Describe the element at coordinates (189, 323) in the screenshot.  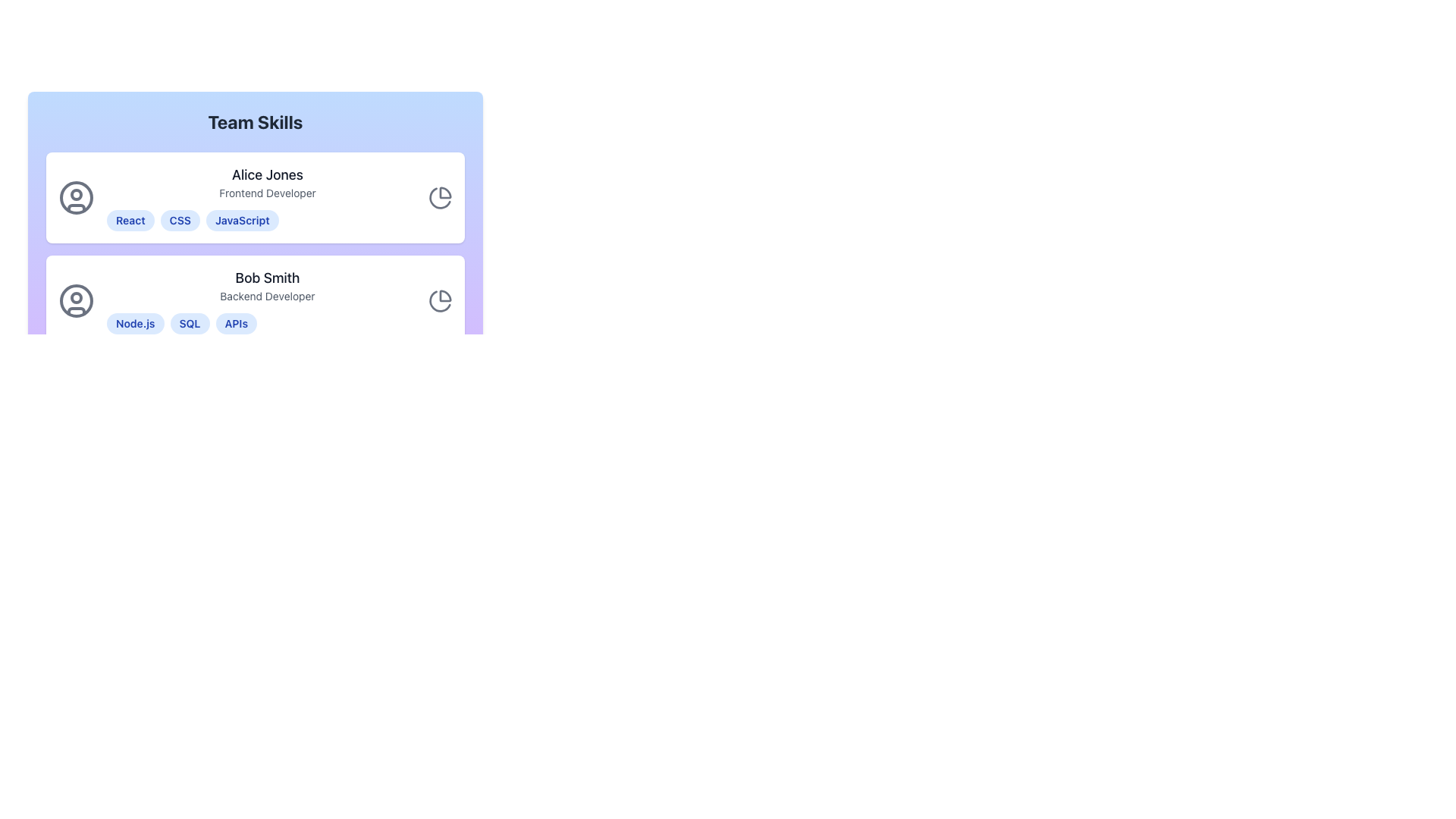
I see `the non-interactive badge displaying the skill 'SQL' for user 'Bob Smith', which is the second badge in the sequence of three badges at the bottom section of the card` at that location.